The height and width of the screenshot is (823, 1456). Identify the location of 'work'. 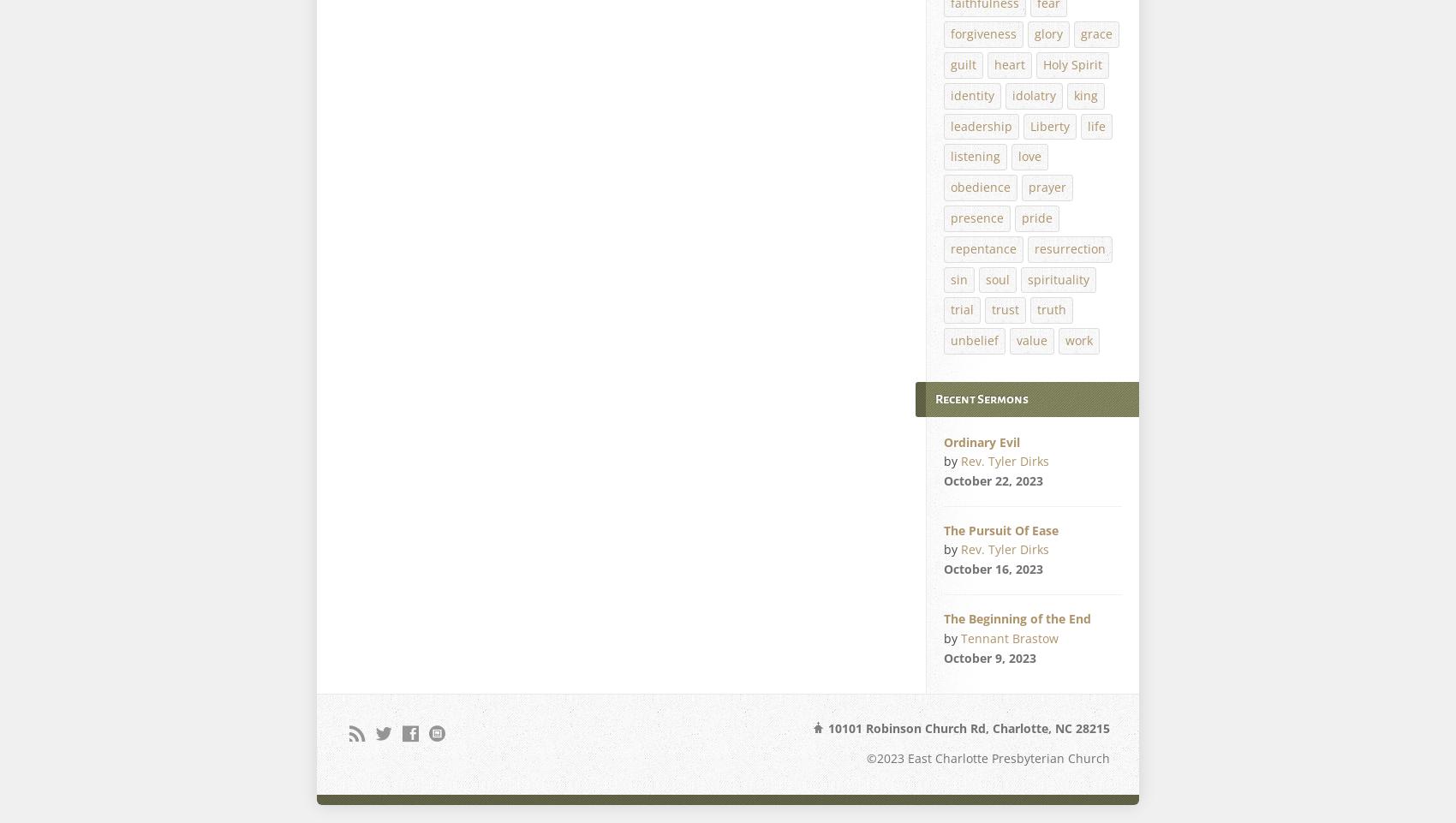
(1065, 340).